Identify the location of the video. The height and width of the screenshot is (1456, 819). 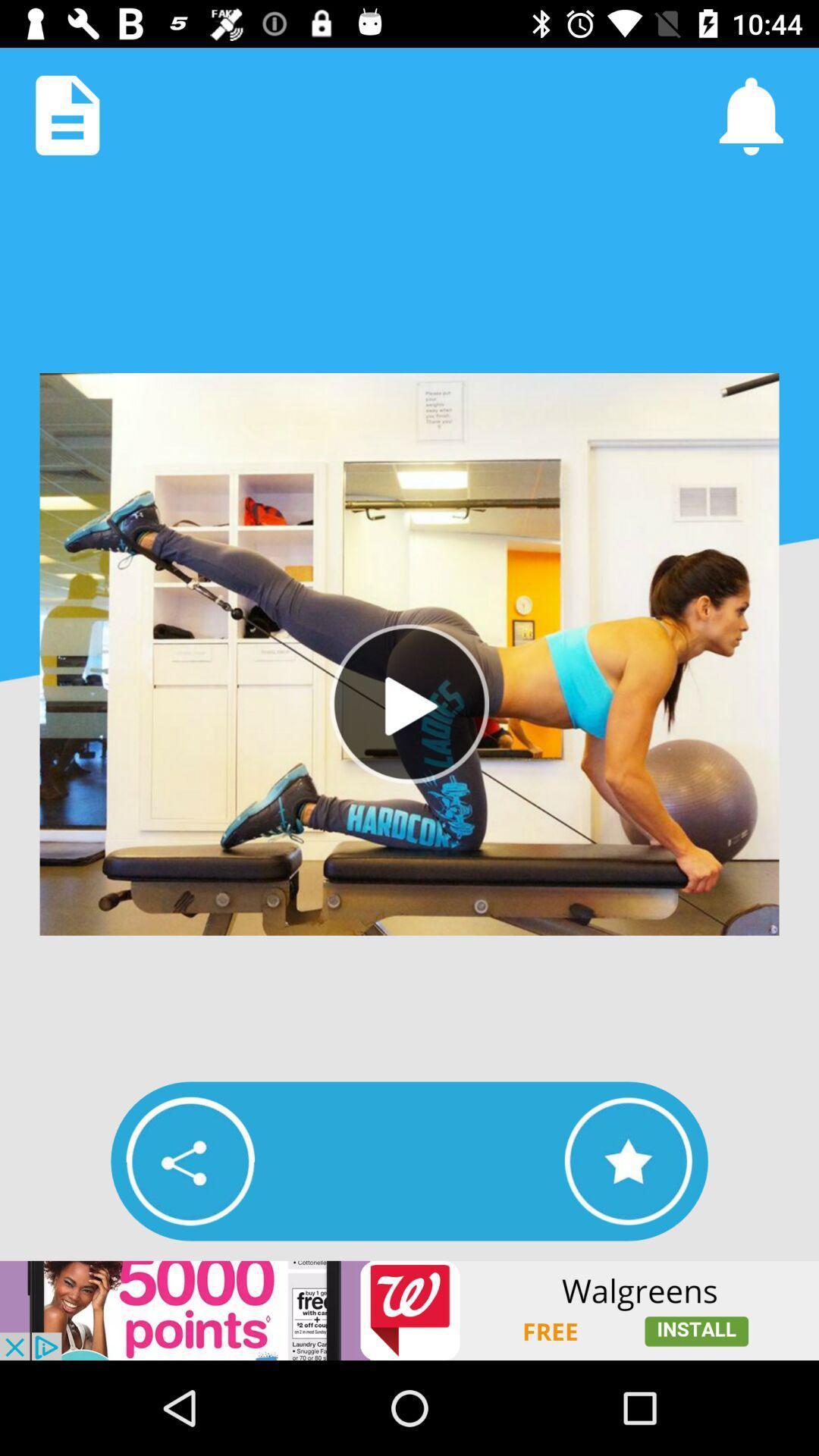
(409, 703).